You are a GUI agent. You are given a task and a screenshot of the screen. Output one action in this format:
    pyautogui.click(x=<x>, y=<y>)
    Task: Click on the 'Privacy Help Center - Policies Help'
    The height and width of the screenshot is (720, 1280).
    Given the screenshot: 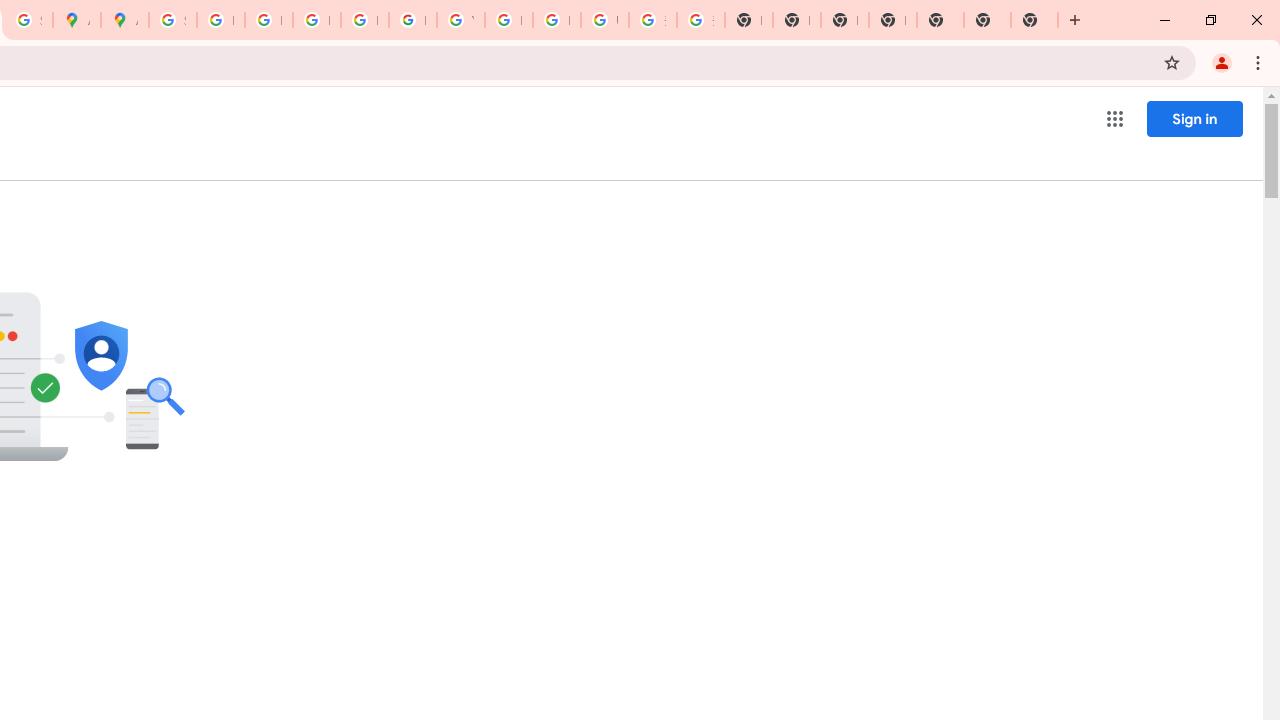 What is the action you would take?
    pyautogui.click(x=267, y=20)
    